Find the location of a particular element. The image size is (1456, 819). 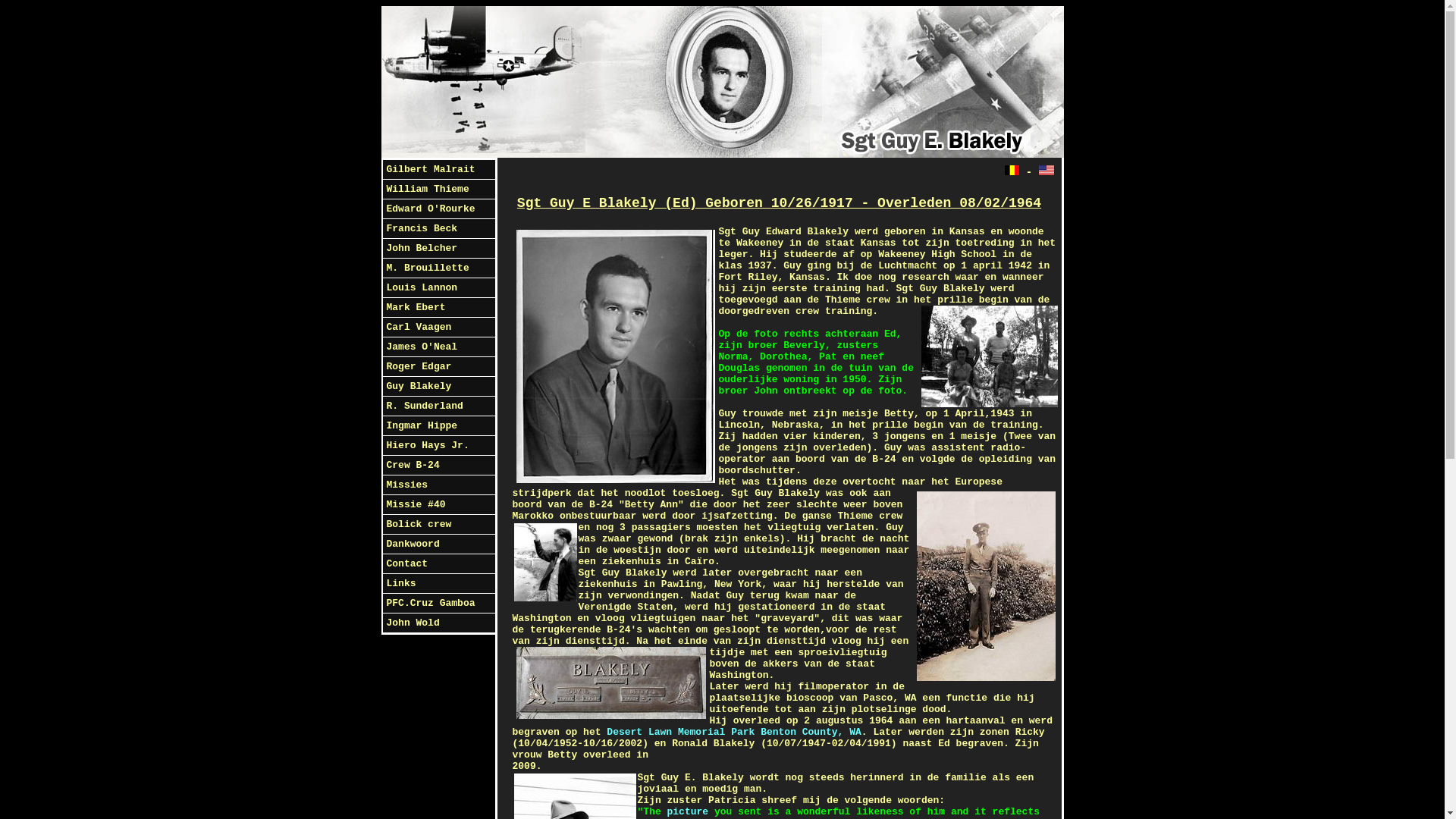

'Missie #40' is located at coordinates (437, 505).